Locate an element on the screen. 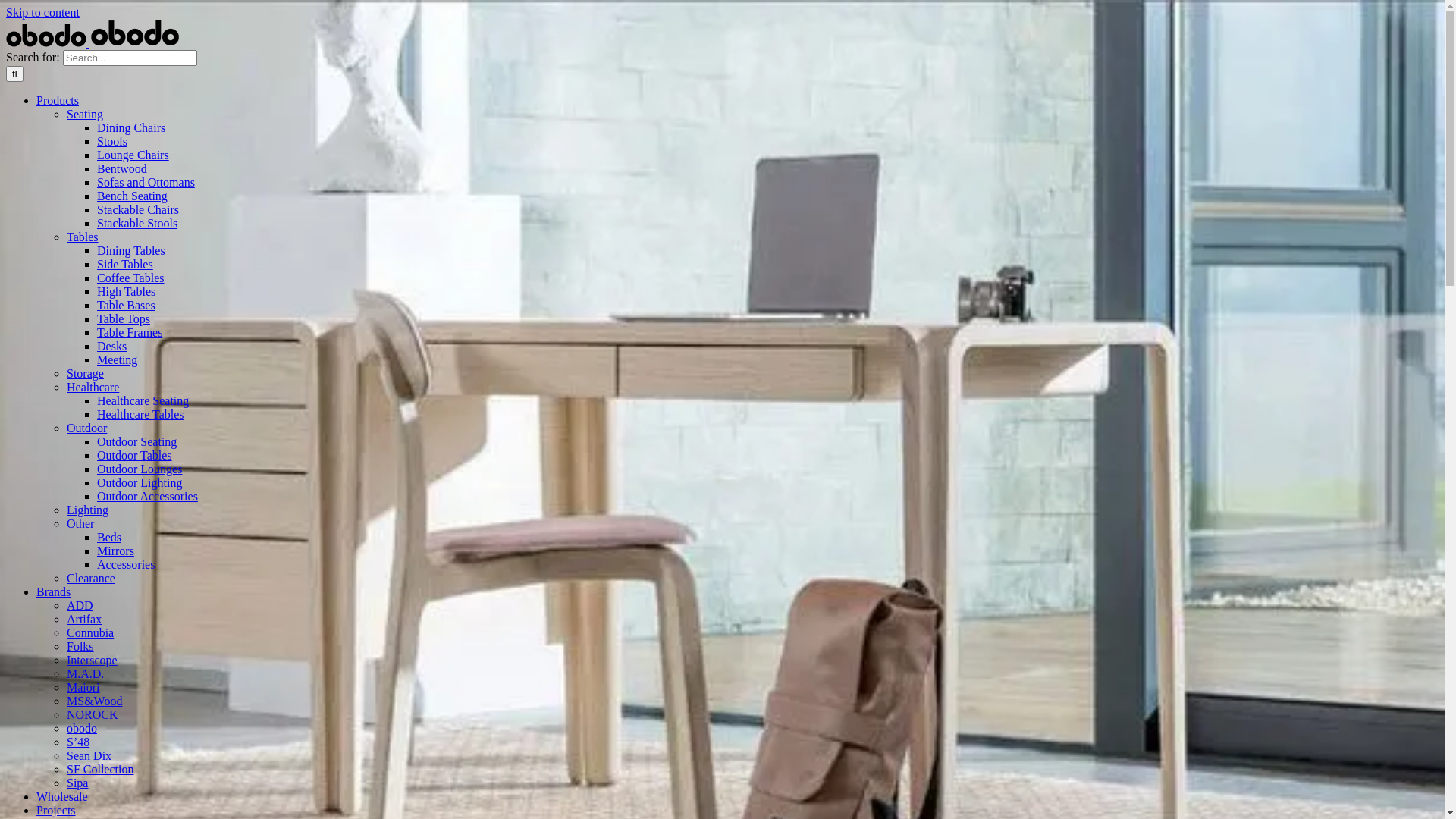  'Stackable Stools' is located at coordinates (137, 223).